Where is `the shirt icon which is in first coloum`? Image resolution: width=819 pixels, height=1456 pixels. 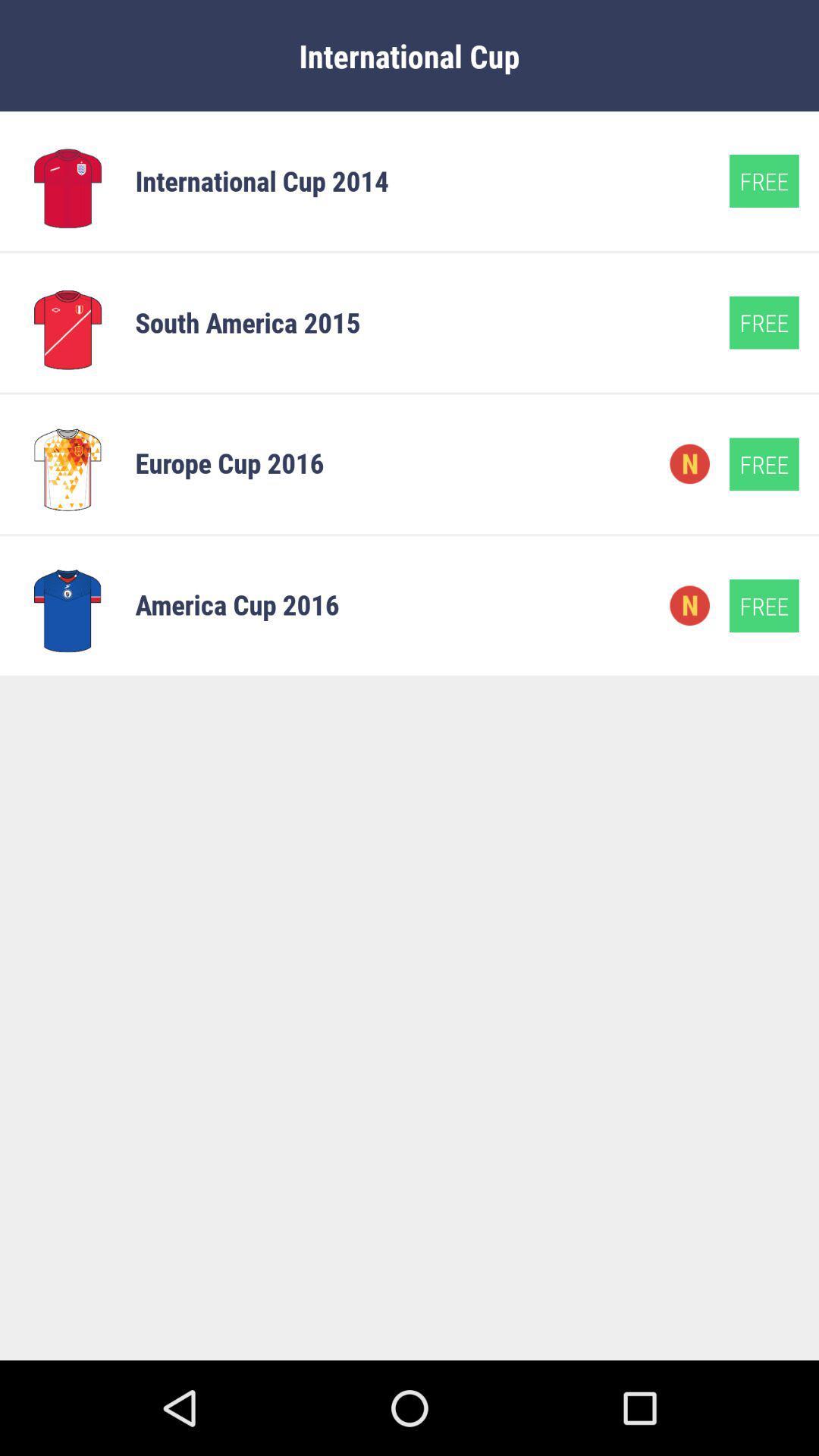
the shirt icon which is in first coloum is located at coordinates (66, 181).